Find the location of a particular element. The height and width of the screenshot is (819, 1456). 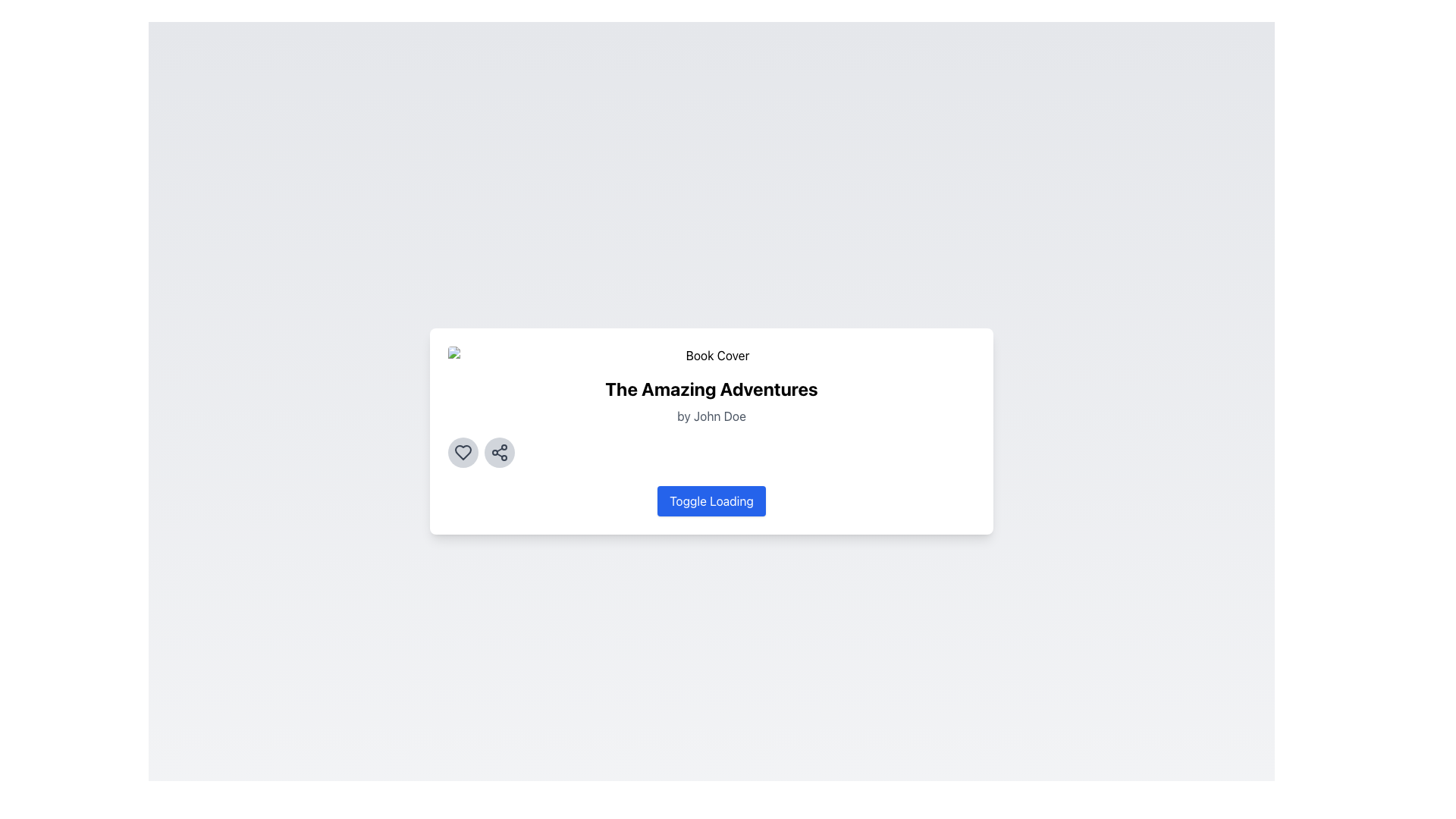

the heart icon located as the leftmost element in the row of buttons below the title 'The Amazing Adventures' is located at coordinates (463, 452).